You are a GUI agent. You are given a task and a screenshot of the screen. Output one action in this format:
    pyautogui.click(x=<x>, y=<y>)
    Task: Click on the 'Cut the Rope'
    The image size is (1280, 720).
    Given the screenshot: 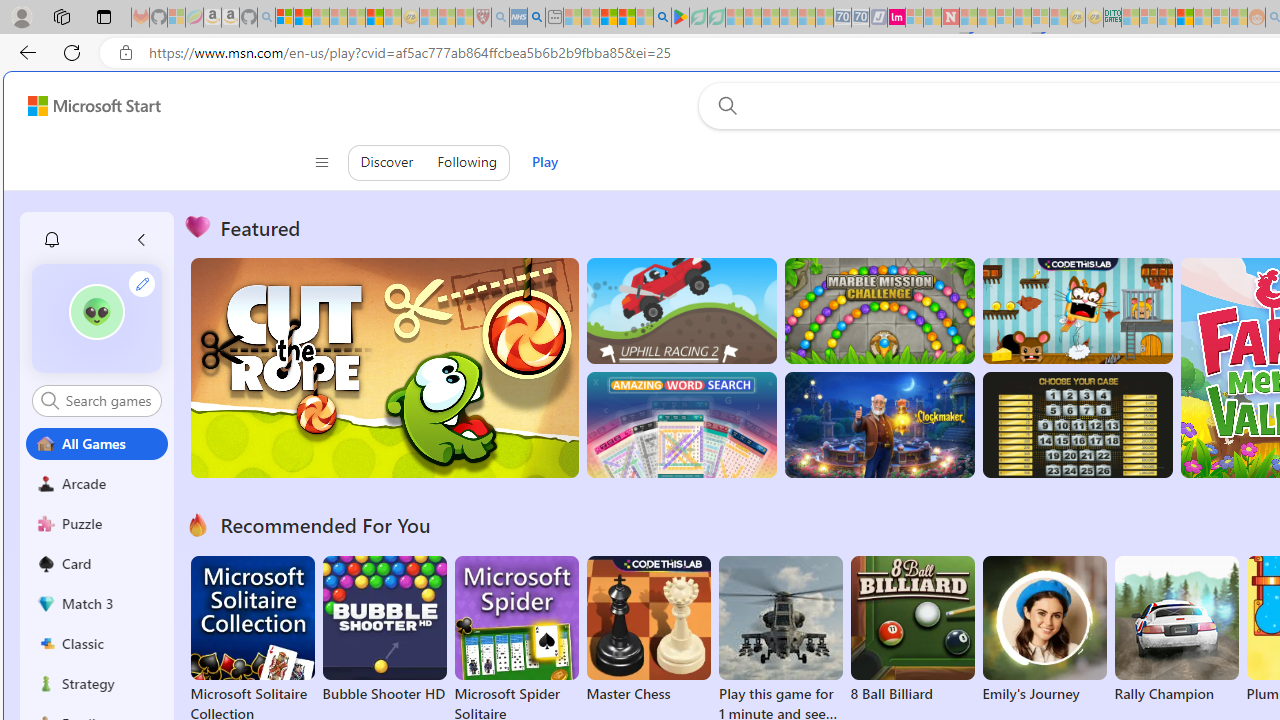 What is the action you would take?
    pyautogui.click(x=384, y=367)
    